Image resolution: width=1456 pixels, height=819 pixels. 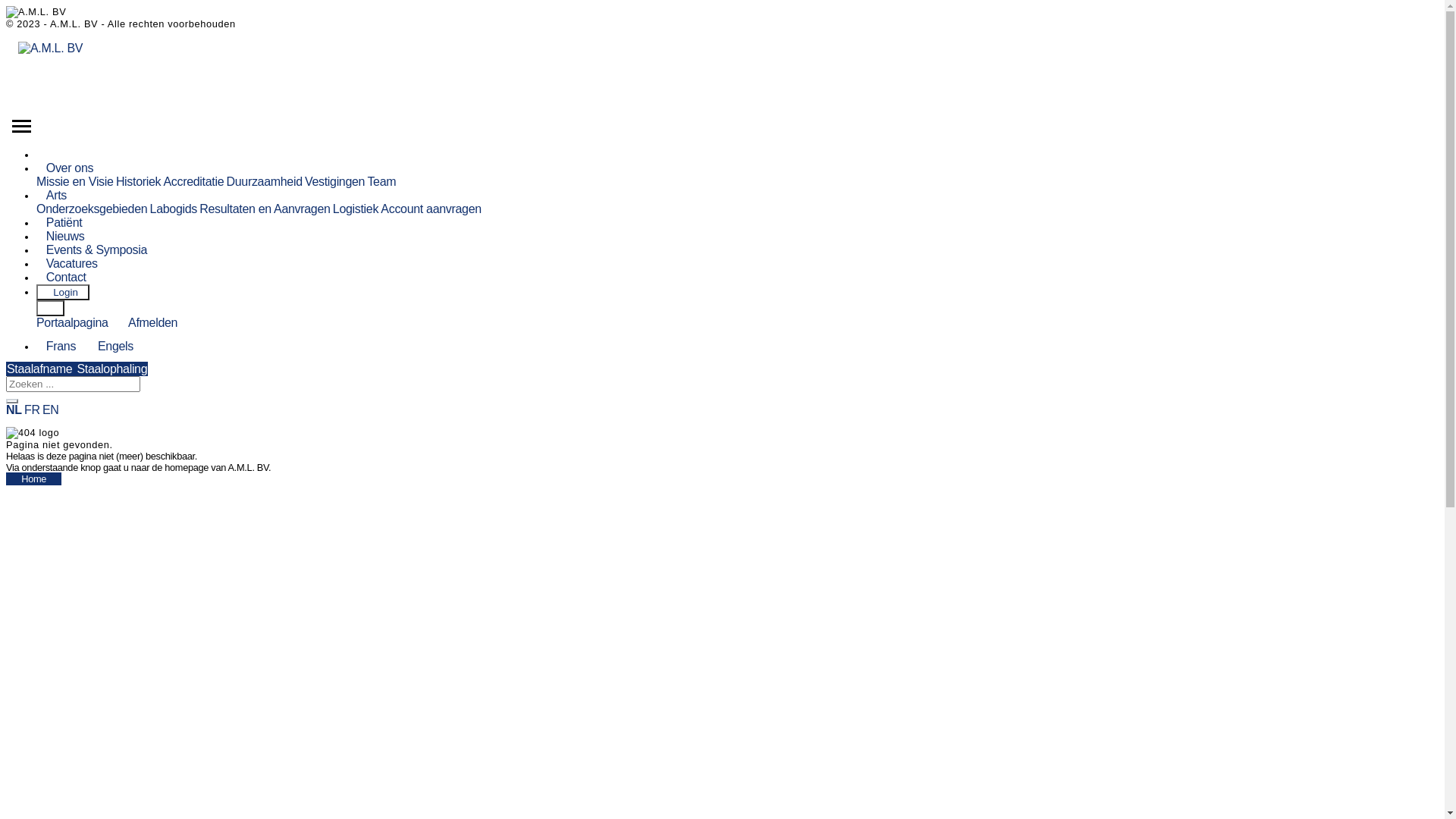 I want to click on 'Nieuws', so click(x=64, y=236).